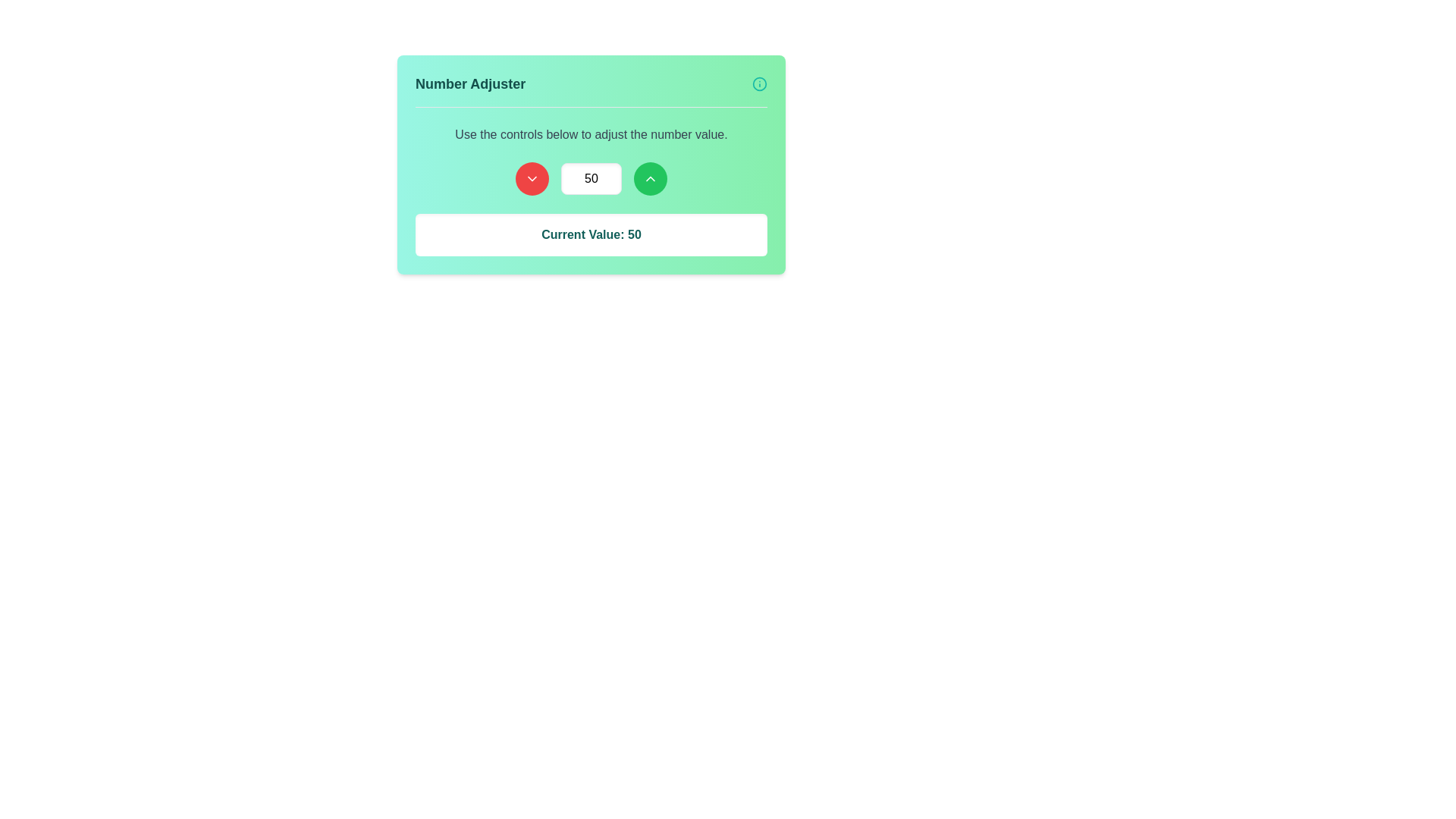 This screenshot has height=819, width=1456. Describe the element at coordinates (760, 84) in the screenshot. I see `the Icon located at the top-right corner of the 'Number Adjuster' section, which displays information or hints related to that section` at that location.